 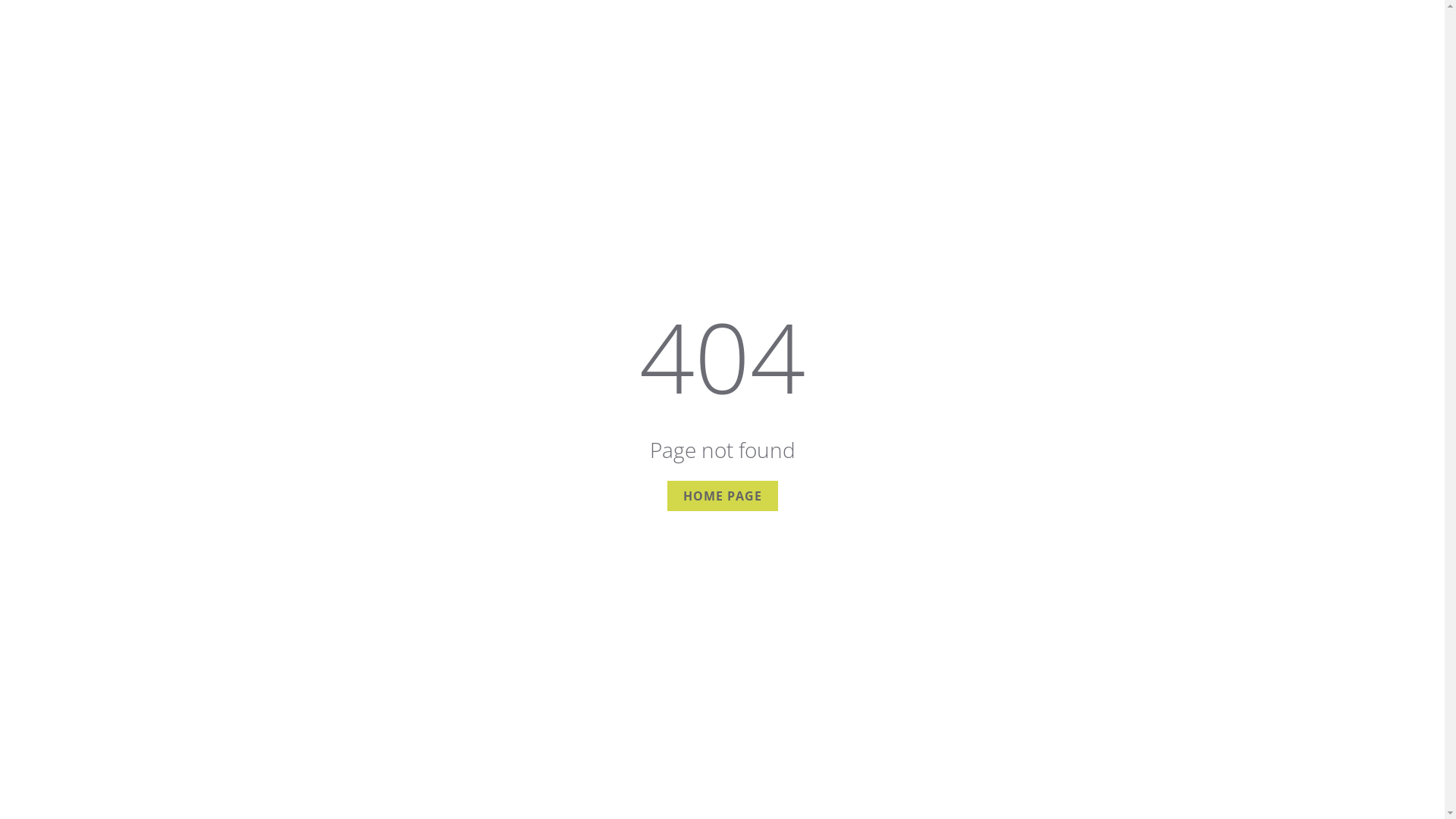 I want to click on 'HOME PAGE', so click(x=667, y=496).